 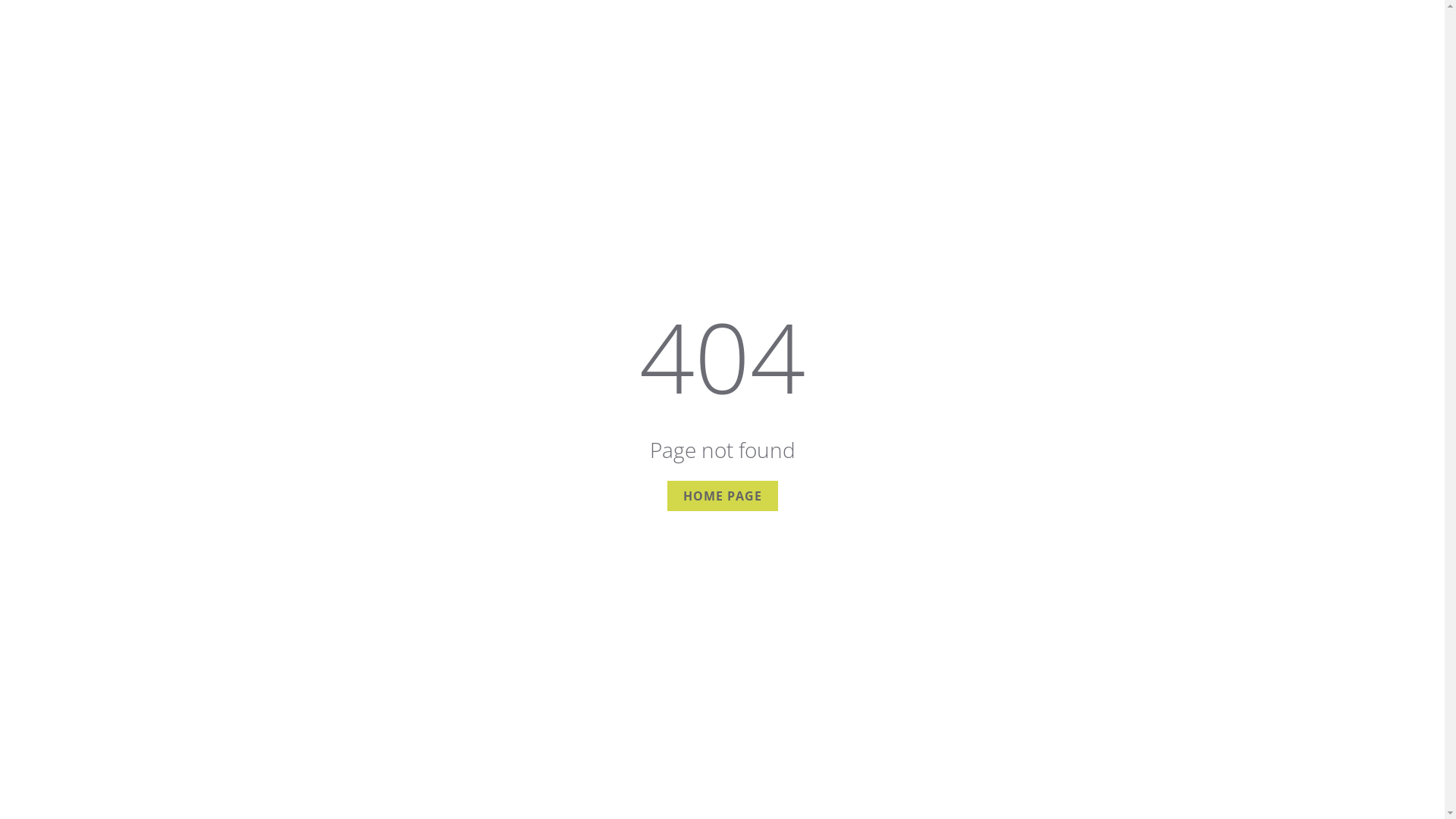 I want to click on 'HOME PAGE', so click(x=667, y=496).